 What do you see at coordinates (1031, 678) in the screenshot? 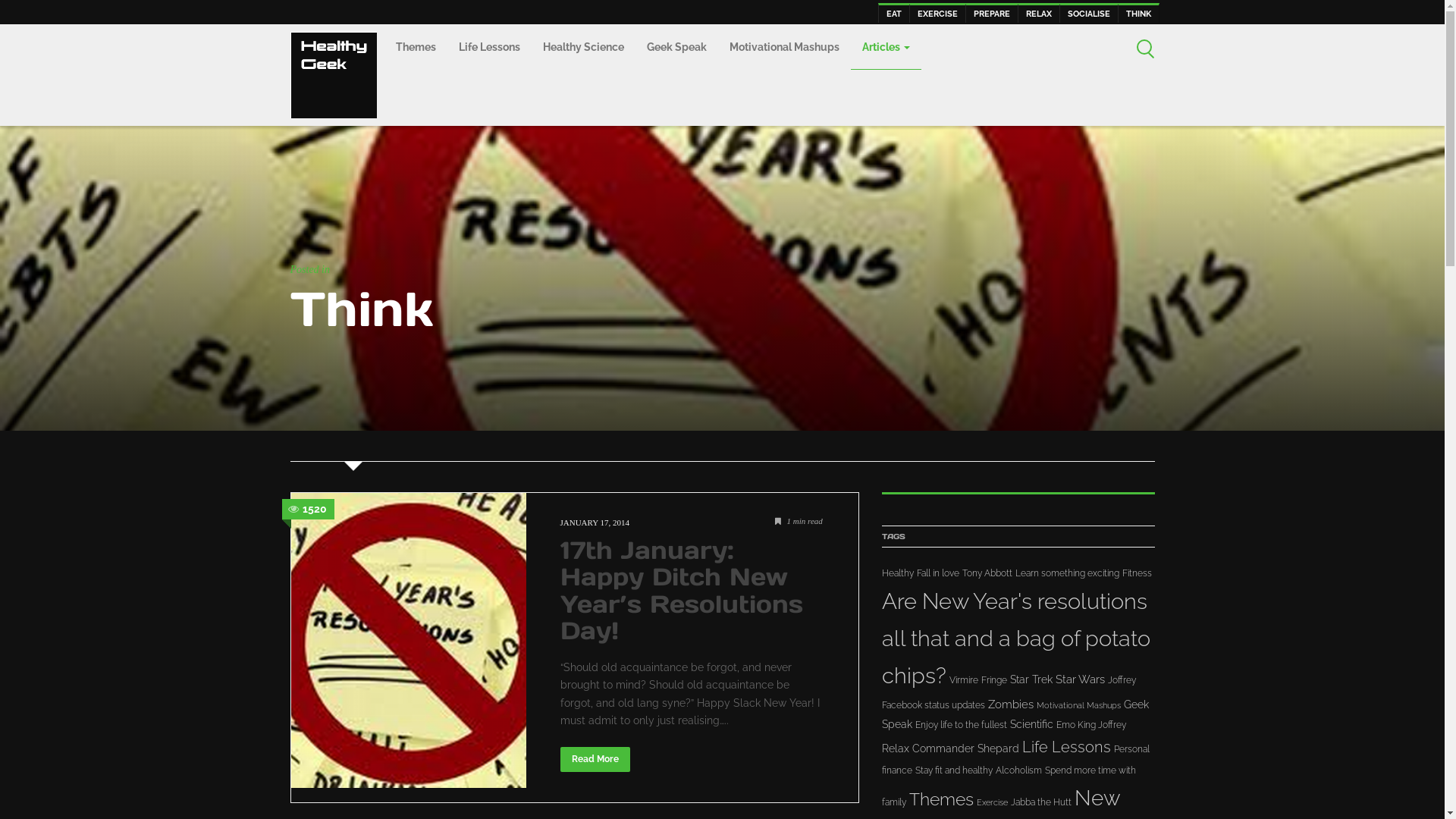
I see `'Star Trek'` at bounding box center [1031, 678].